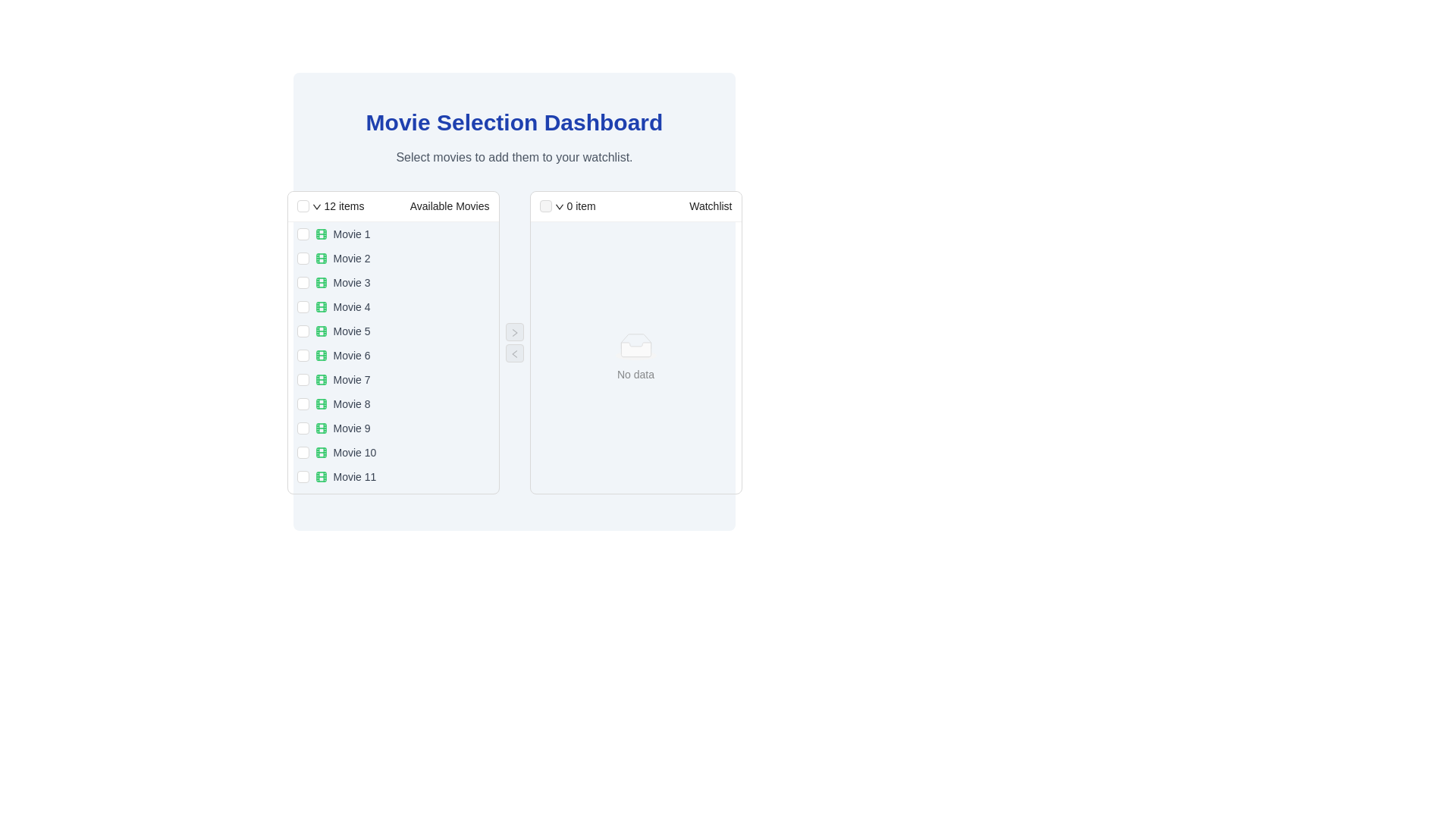 The width and height of the screenshot is (1456, 819). What do you see at coordinates (514, 342) in the screenshot?
I see `an item in the dual-column selection view that manages 'Available Movies' and 'Watchlist'` at bounding box center [514, 342].